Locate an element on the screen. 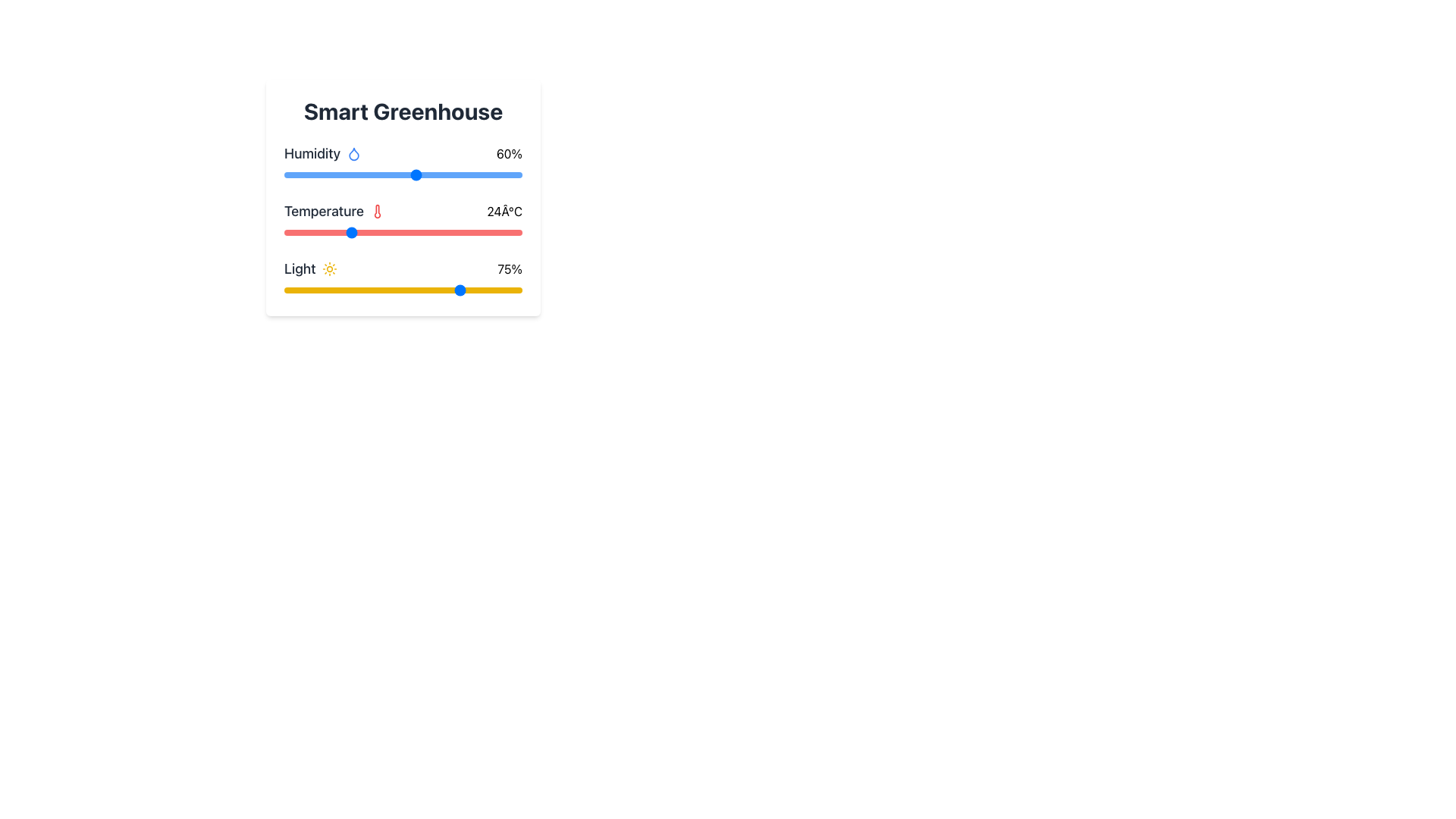 Image resolution: width=1456 pixels, height=819 pixels. the temperature display element which shows the current temperature value in Celsius, located as the second indicator in a vertical layout is located at coordinates (403, 220).